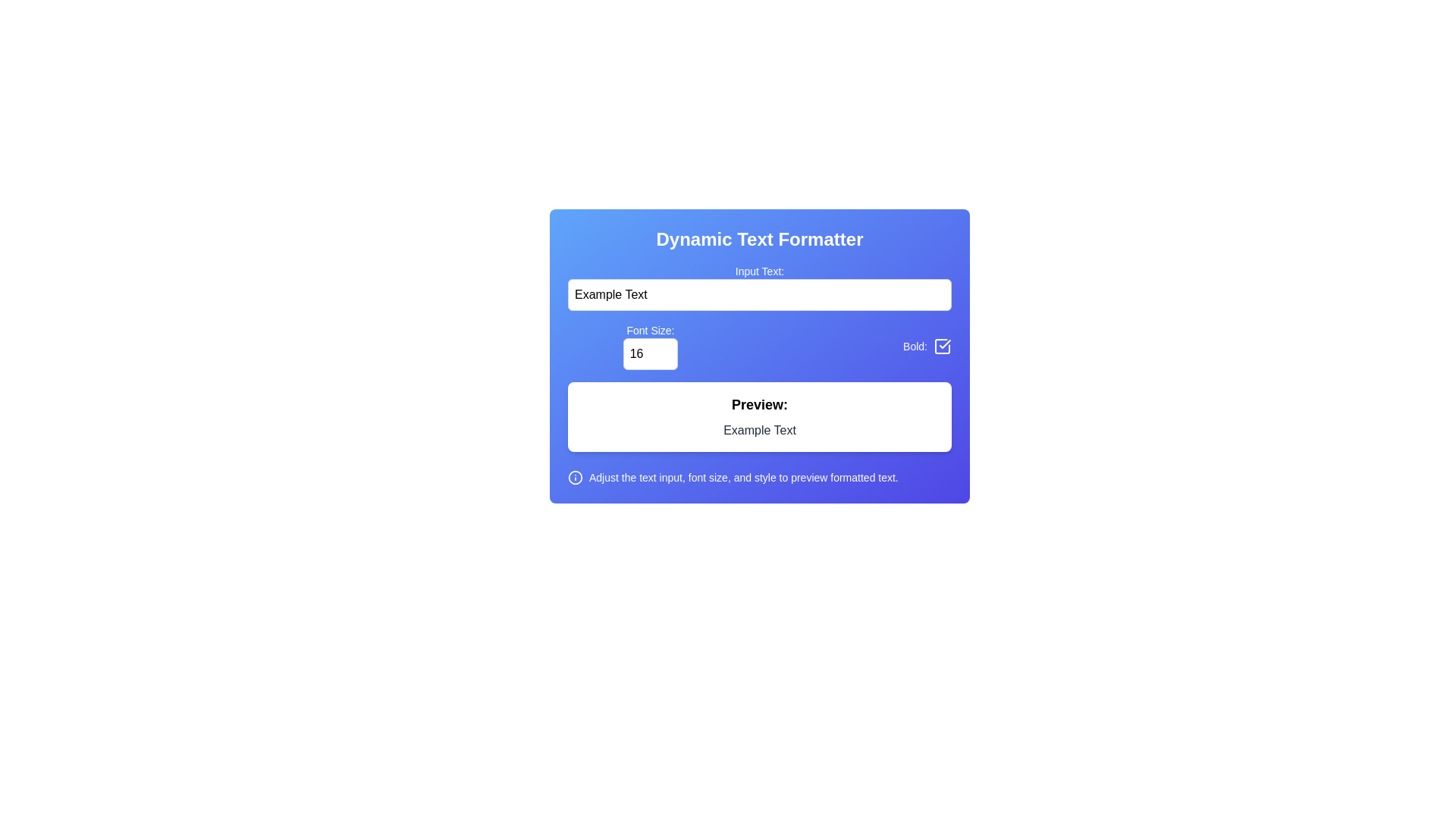  What do you see at coordinates (574, 476) in the screenshot?
I see `the circular SVG-based decorative informational icon located to the left of the text 'Adjust the text input, font size, and style` at bounding box center [574, 476].